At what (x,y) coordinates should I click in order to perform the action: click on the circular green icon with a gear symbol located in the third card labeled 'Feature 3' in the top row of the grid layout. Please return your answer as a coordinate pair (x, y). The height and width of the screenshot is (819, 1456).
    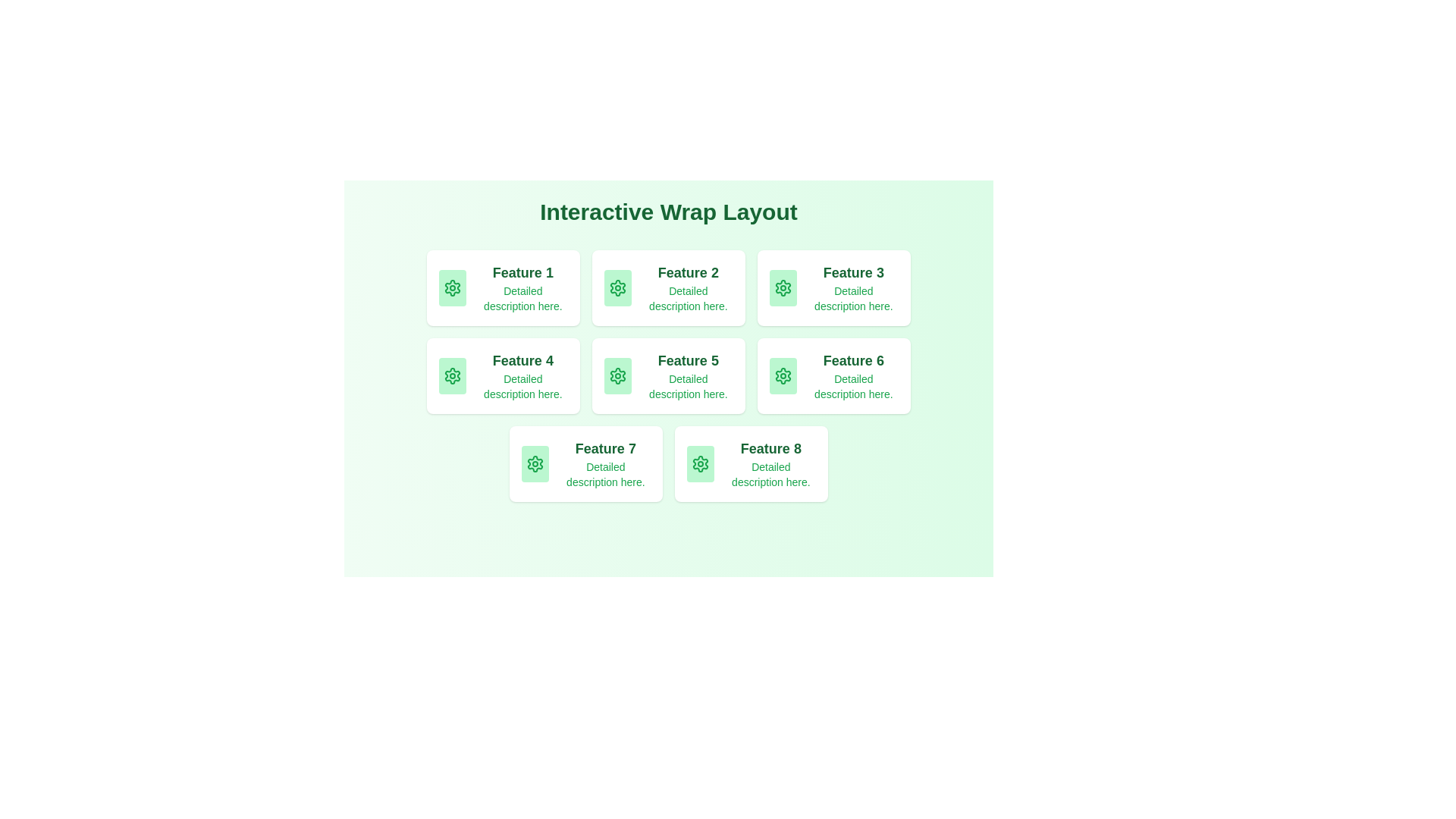
    Looking at the image, I should click on (783, 288).